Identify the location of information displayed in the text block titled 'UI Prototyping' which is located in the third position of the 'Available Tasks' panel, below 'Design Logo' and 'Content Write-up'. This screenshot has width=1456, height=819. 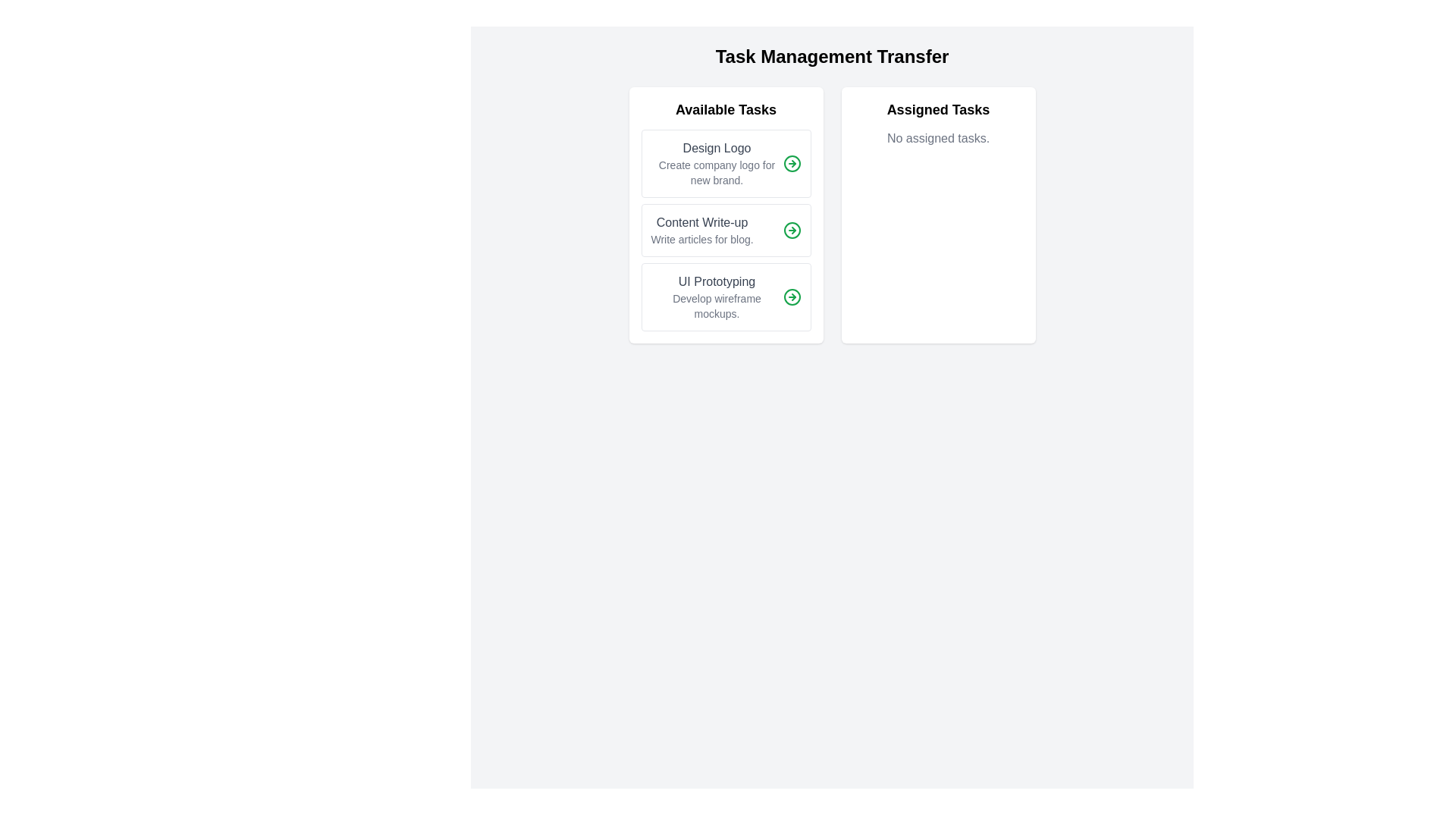
(716, 297).